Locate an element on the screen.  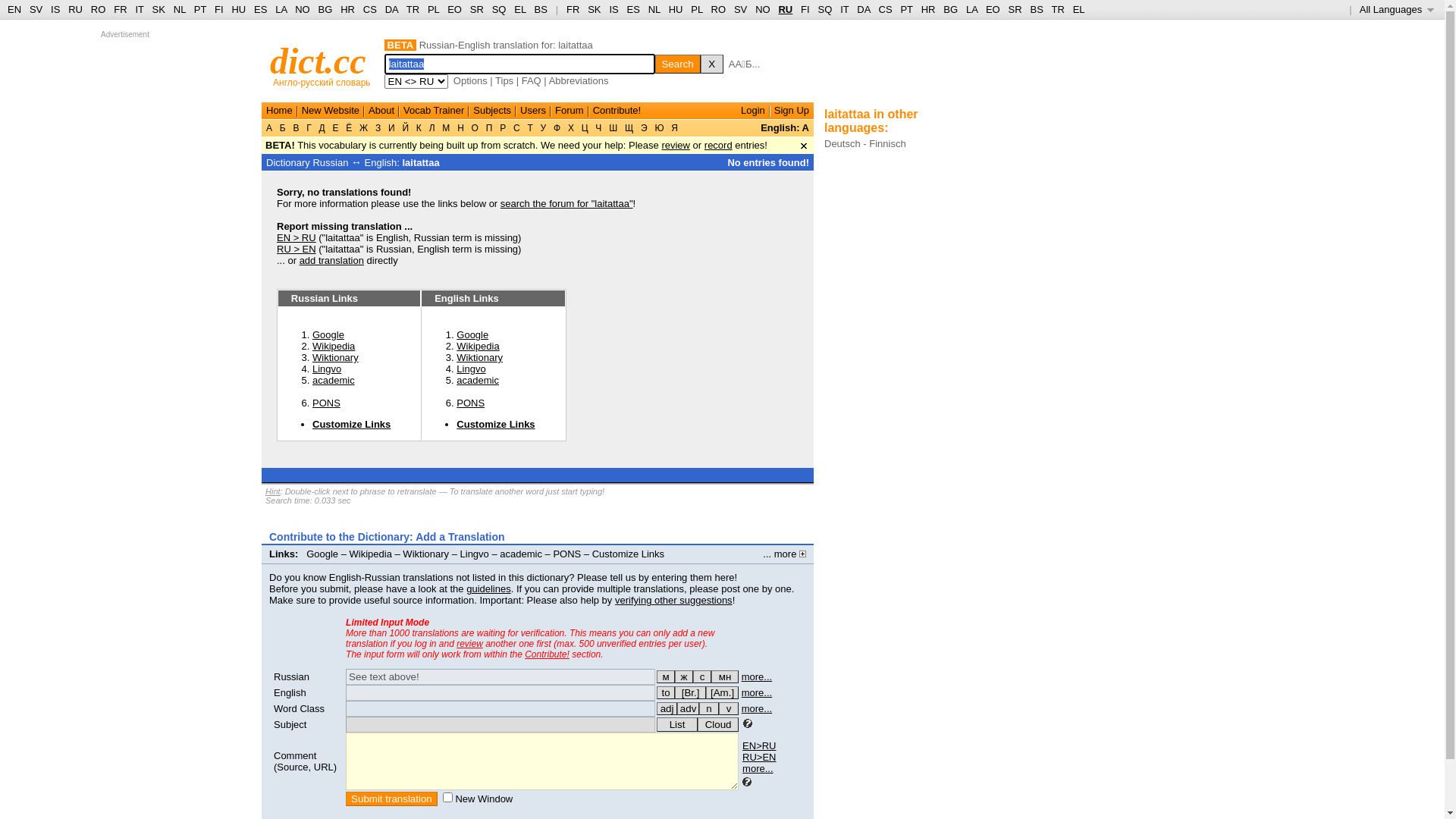
'Options' is located at coordinates (469, 80).